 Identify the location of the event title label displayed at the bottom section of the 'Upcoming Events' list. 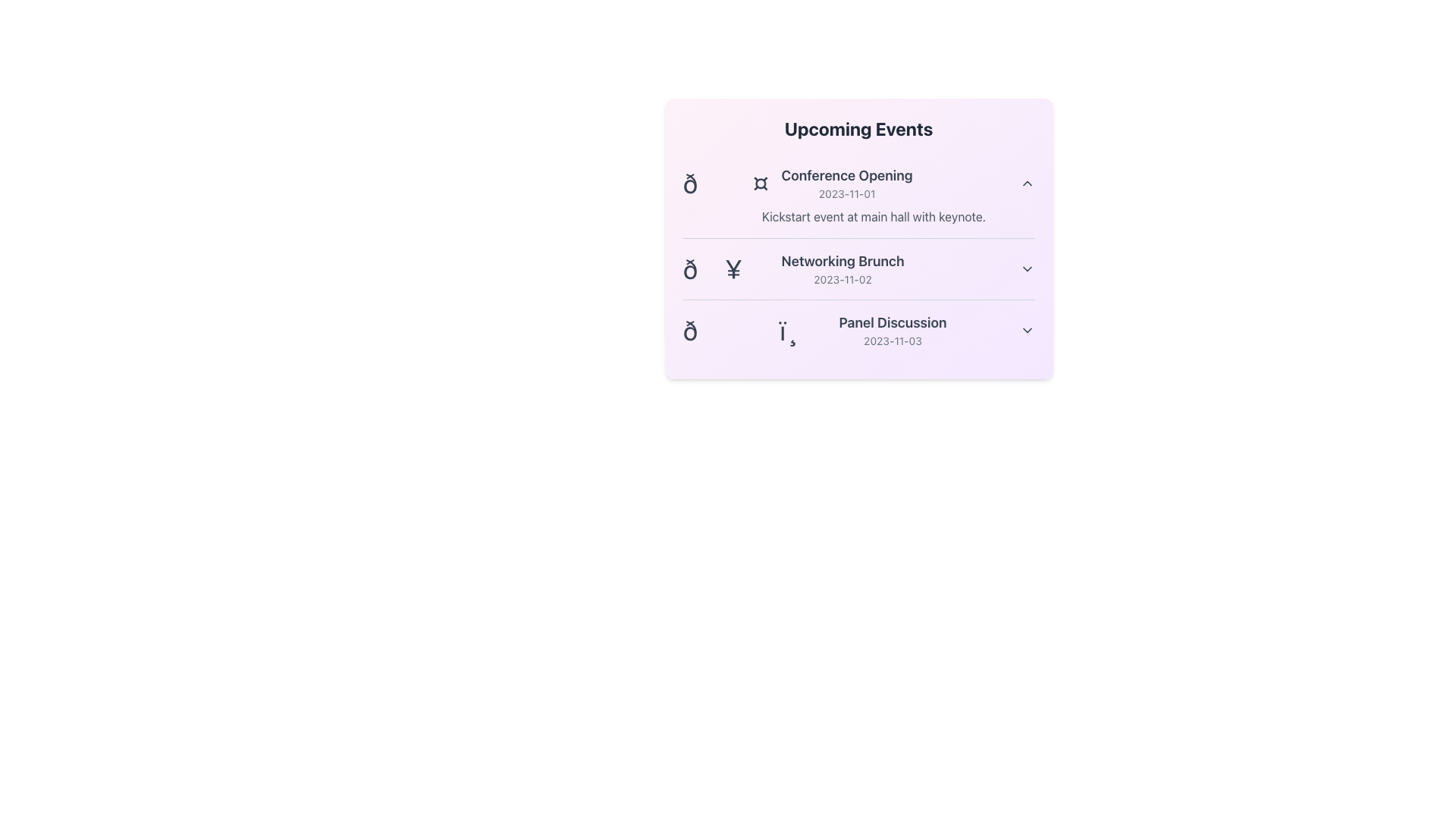
(893, 322).